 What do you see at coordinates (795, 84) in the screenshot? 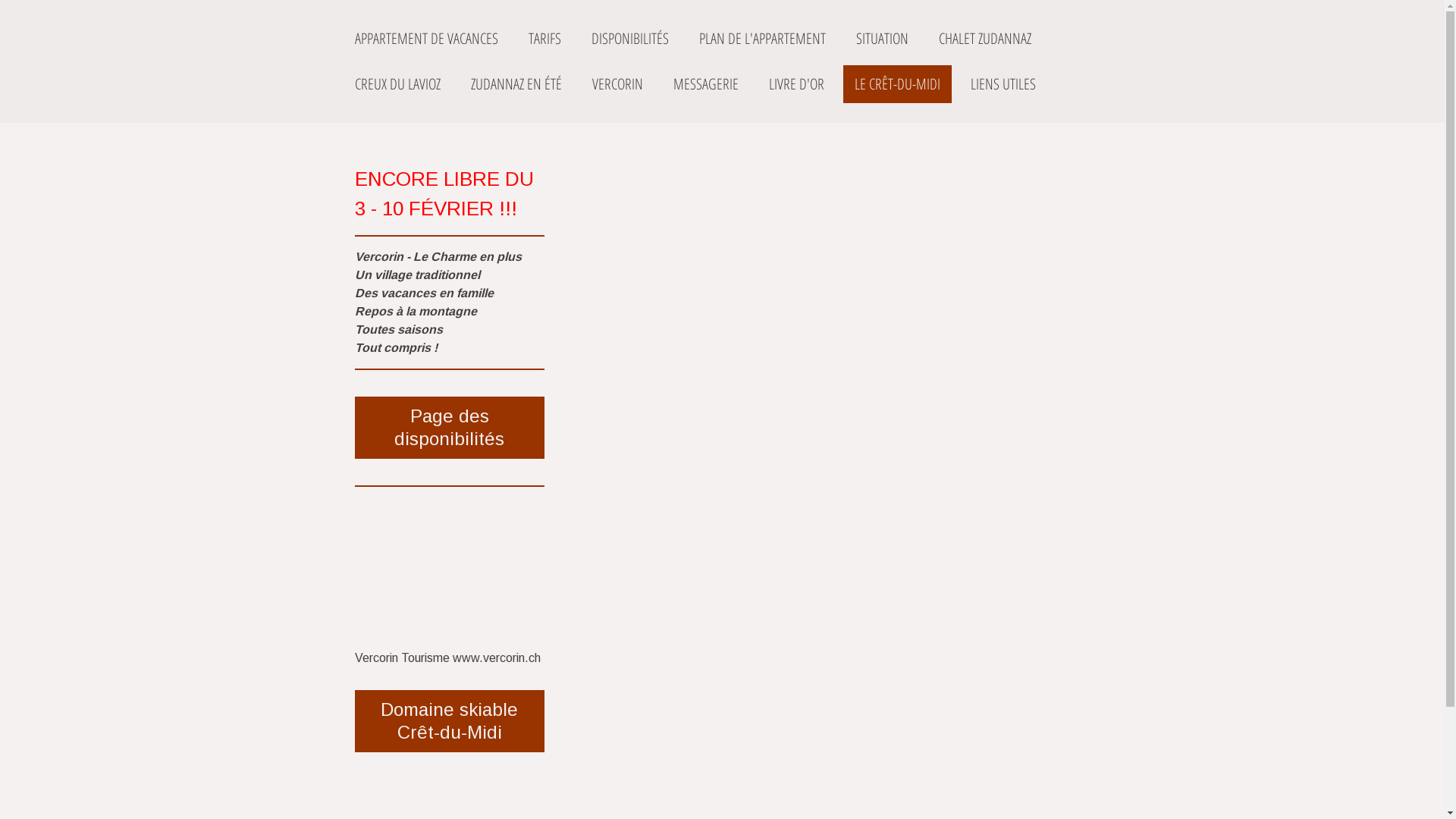
I see `'LIVRE D'OR'` at bounding box center [795, 84].